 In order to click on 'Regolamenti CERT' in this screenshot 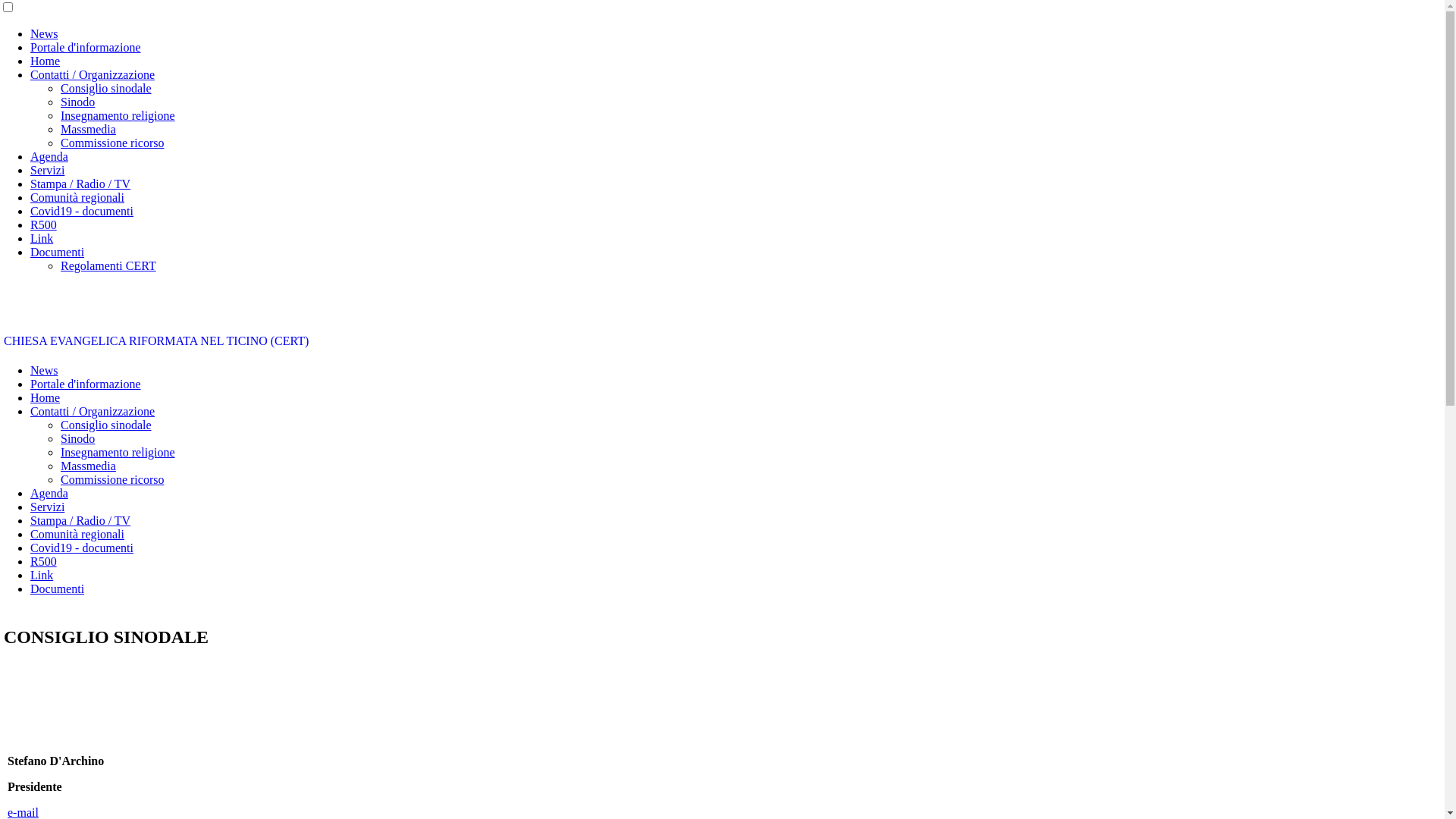, I will do `click(108, 265)`.